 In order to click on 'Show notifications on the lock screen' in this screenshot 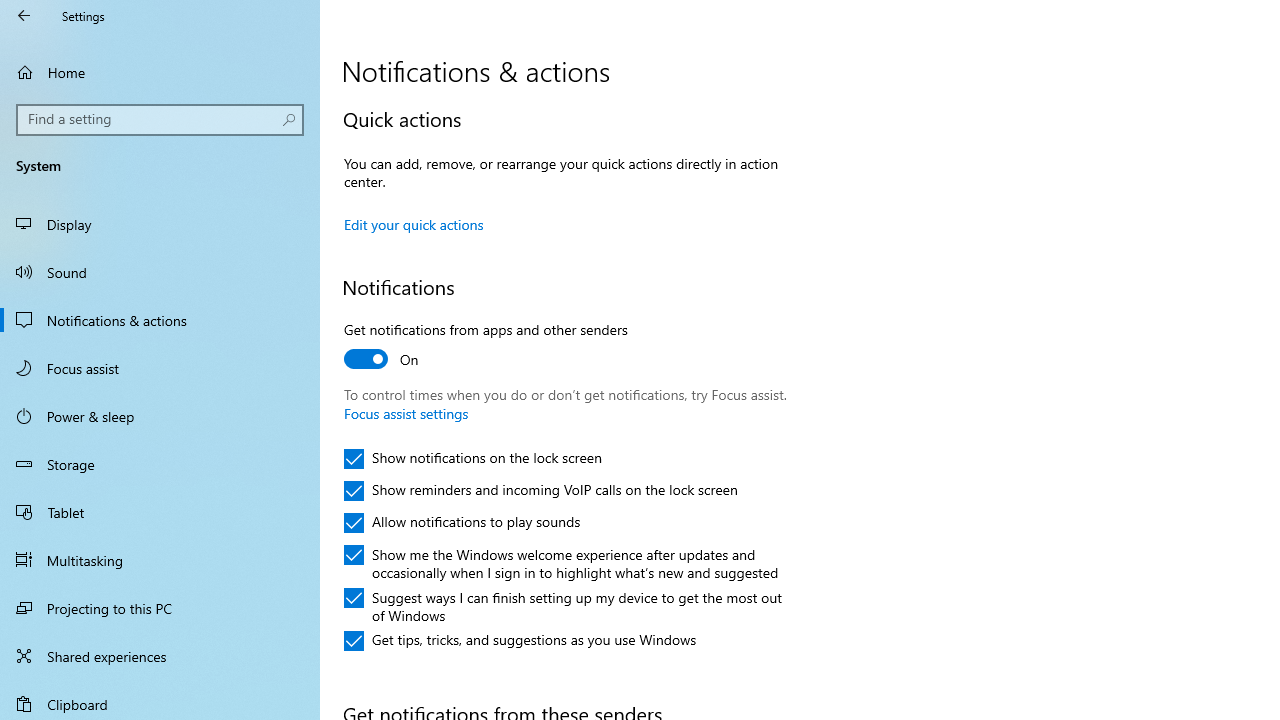, I will do `click(472, 458)`.